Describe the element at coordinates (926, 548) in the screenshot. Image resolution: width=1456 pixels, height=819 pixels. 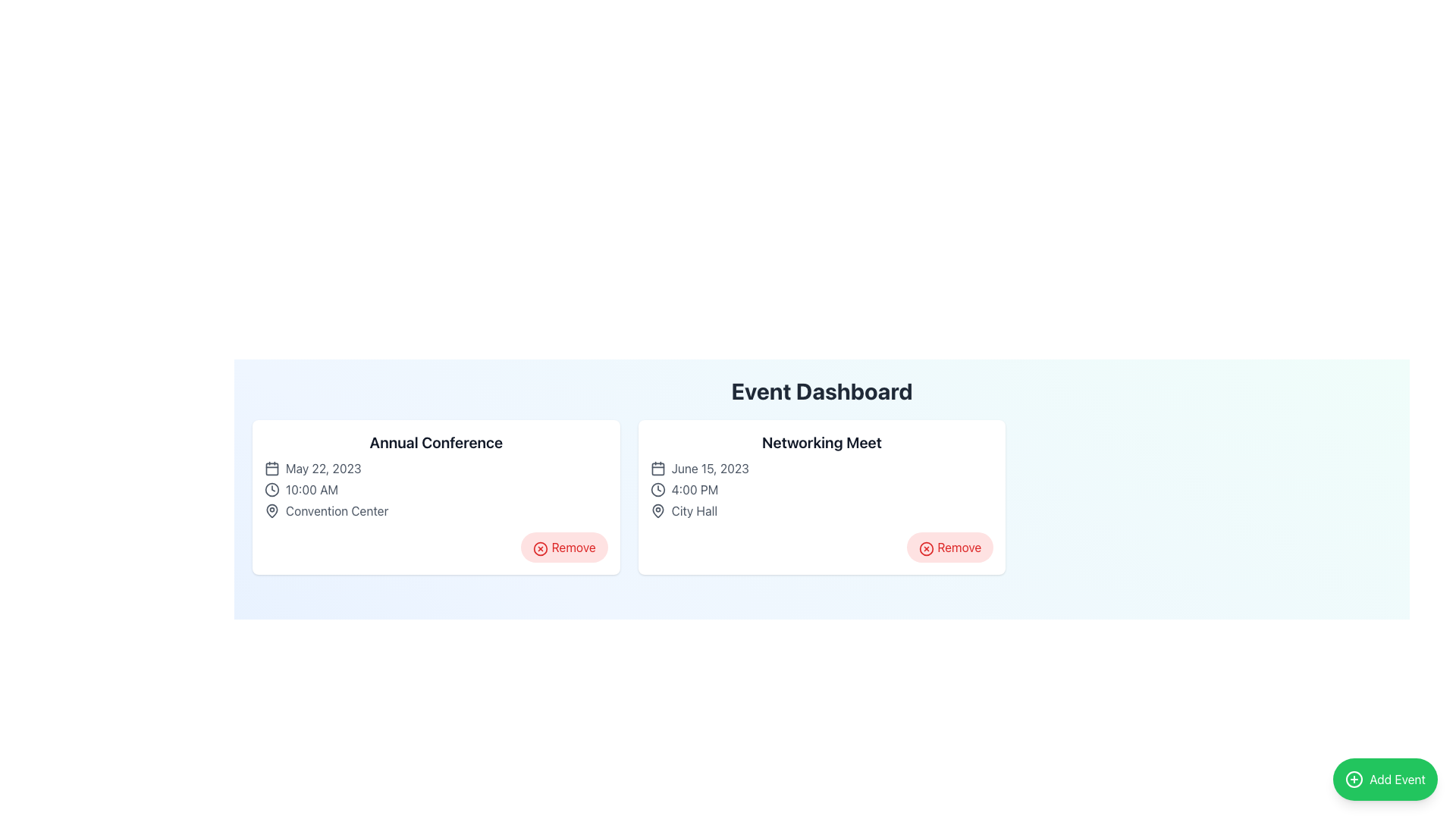
I see `the 'Remove' icon, a circular icon with a cross symbol in red, located in the bottom right corner of the 'Networking Meet' card on the 'Event Dashboard'` at that location.